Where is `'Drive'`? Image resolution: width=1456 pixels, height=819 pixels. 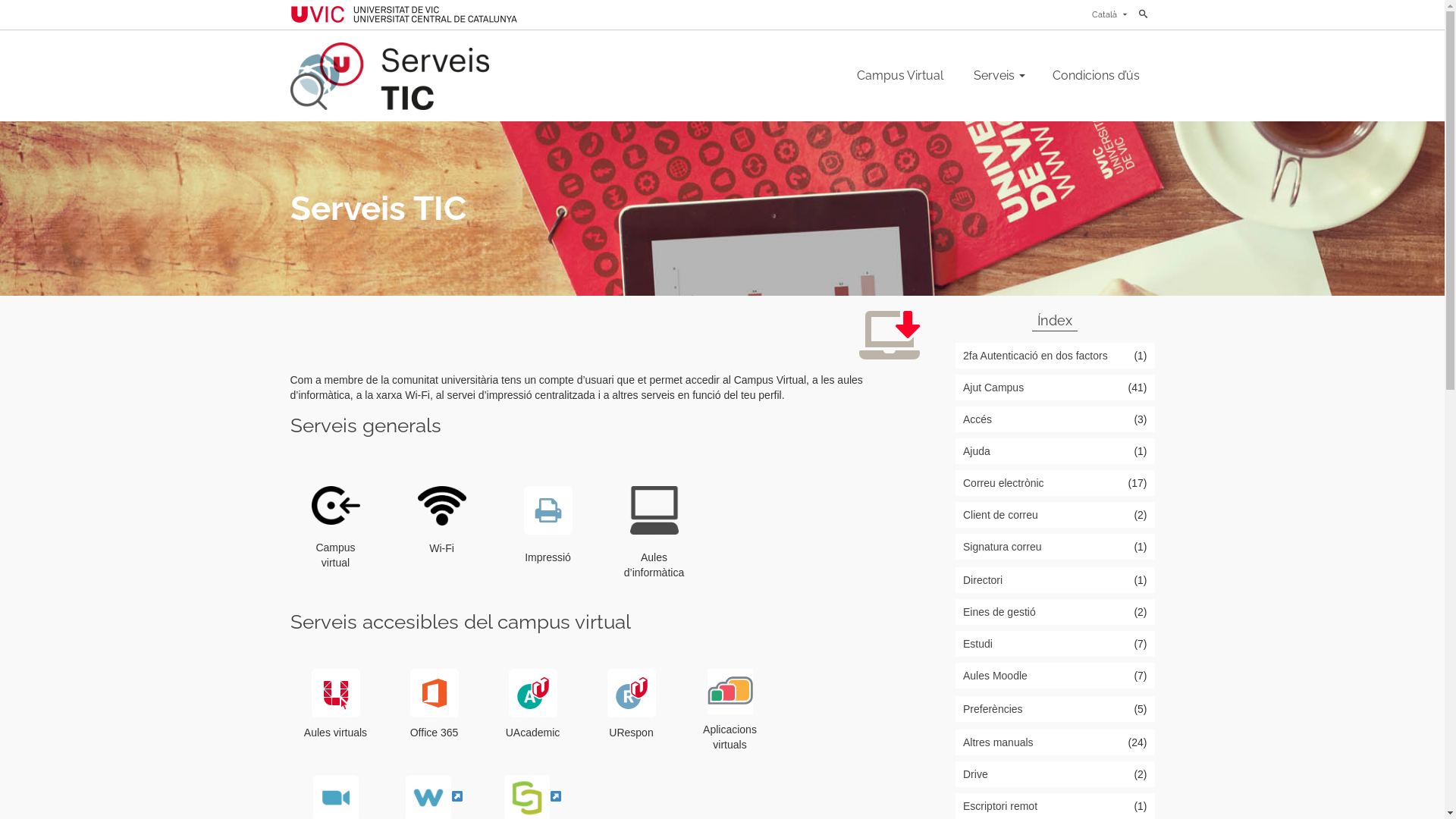
'Drive' is located at coordinates (1054, 774).